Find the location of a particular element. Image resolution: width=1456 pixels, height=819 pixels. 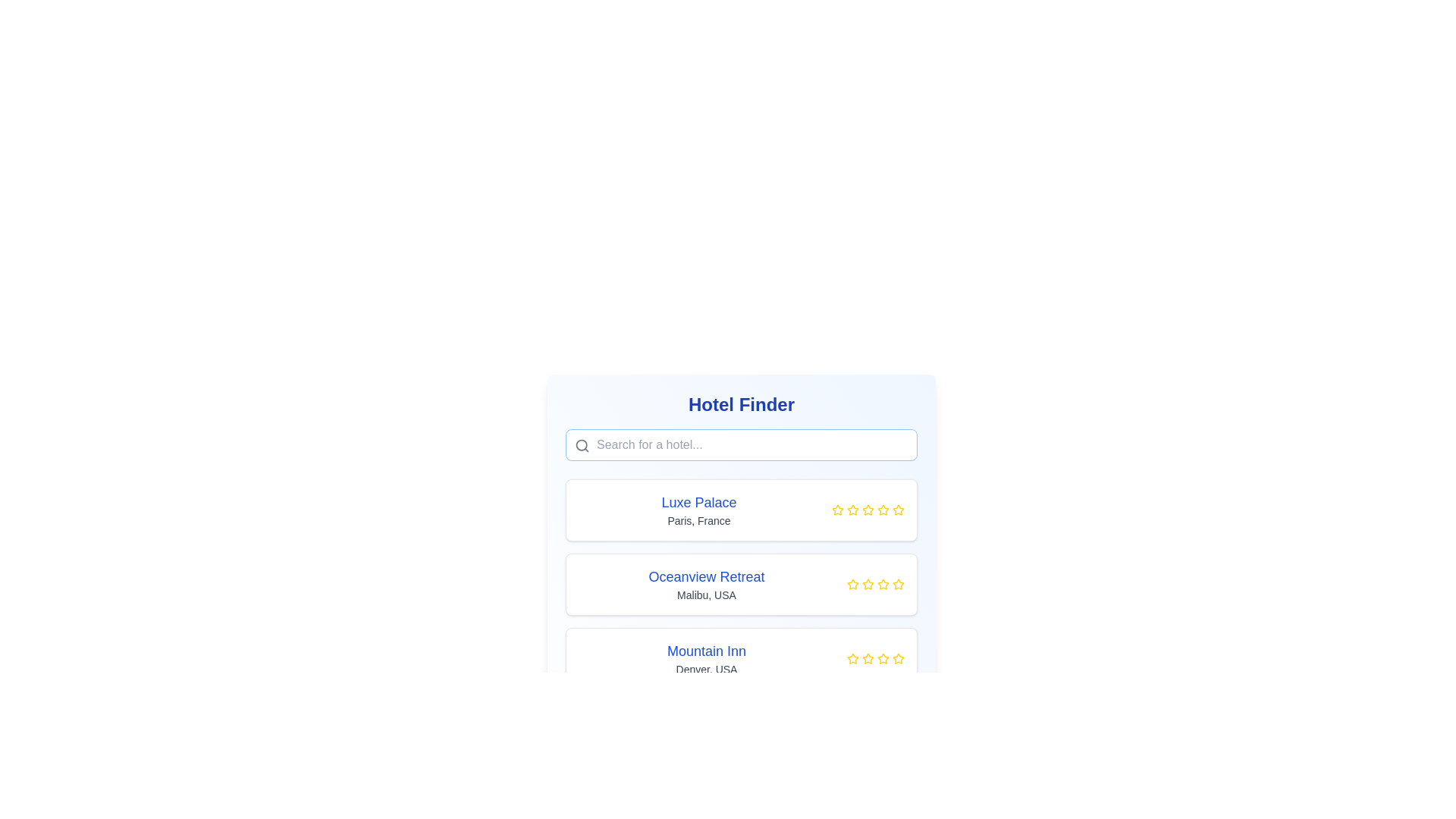

the third star in the rating section of the Luxe Palace item to adjust the rating is located at coordinates (868, 510).